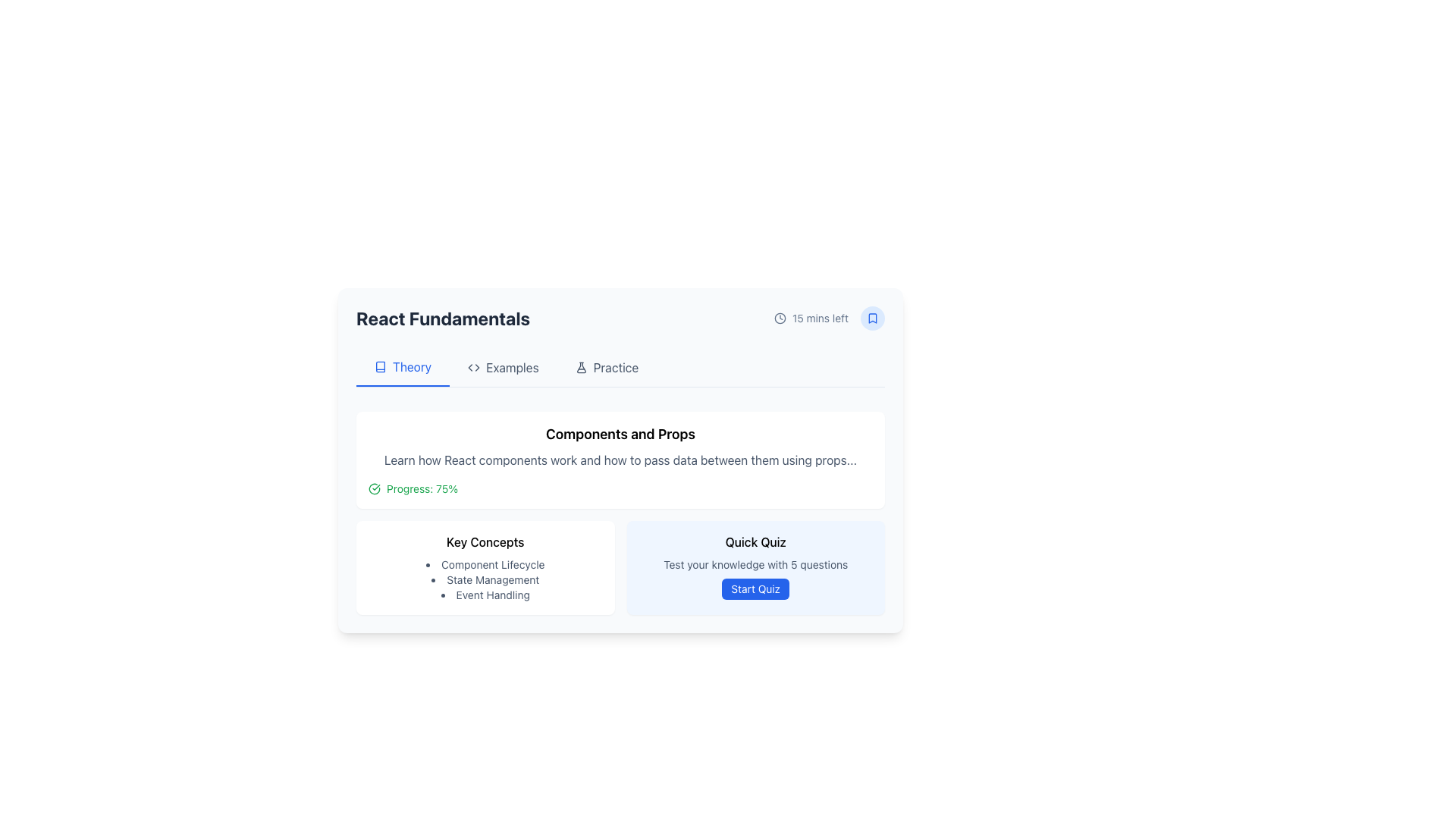  Describe the element at coordinates (620, 435) in the screenshot. I see `text of the label that reads 'Components and Props', prominently displayed at the top of a rectangular card-like section with rounded corners` at that location.